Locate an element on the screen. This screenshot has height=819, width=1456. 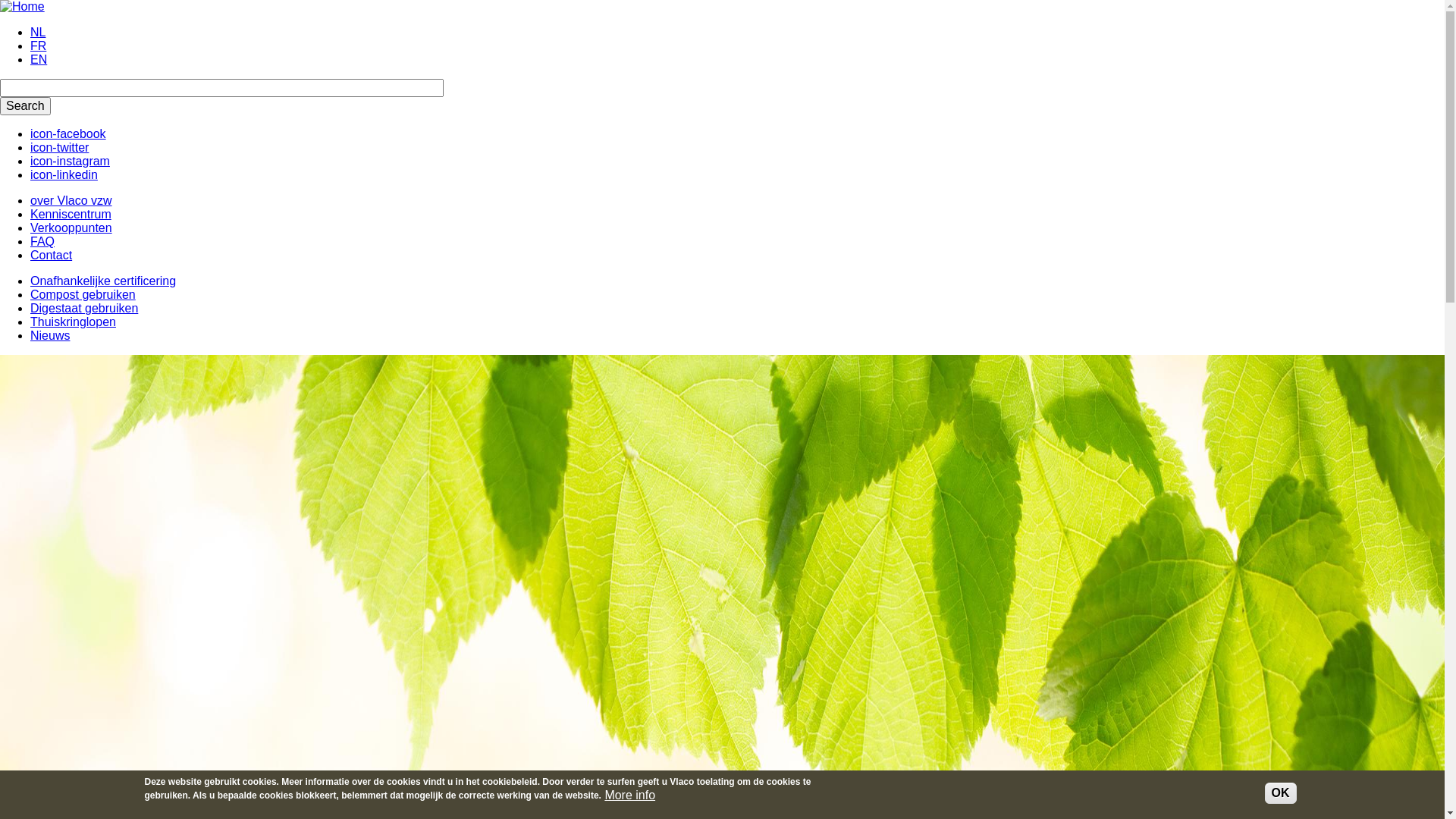
'EN' is located at coordinates (39, 58).